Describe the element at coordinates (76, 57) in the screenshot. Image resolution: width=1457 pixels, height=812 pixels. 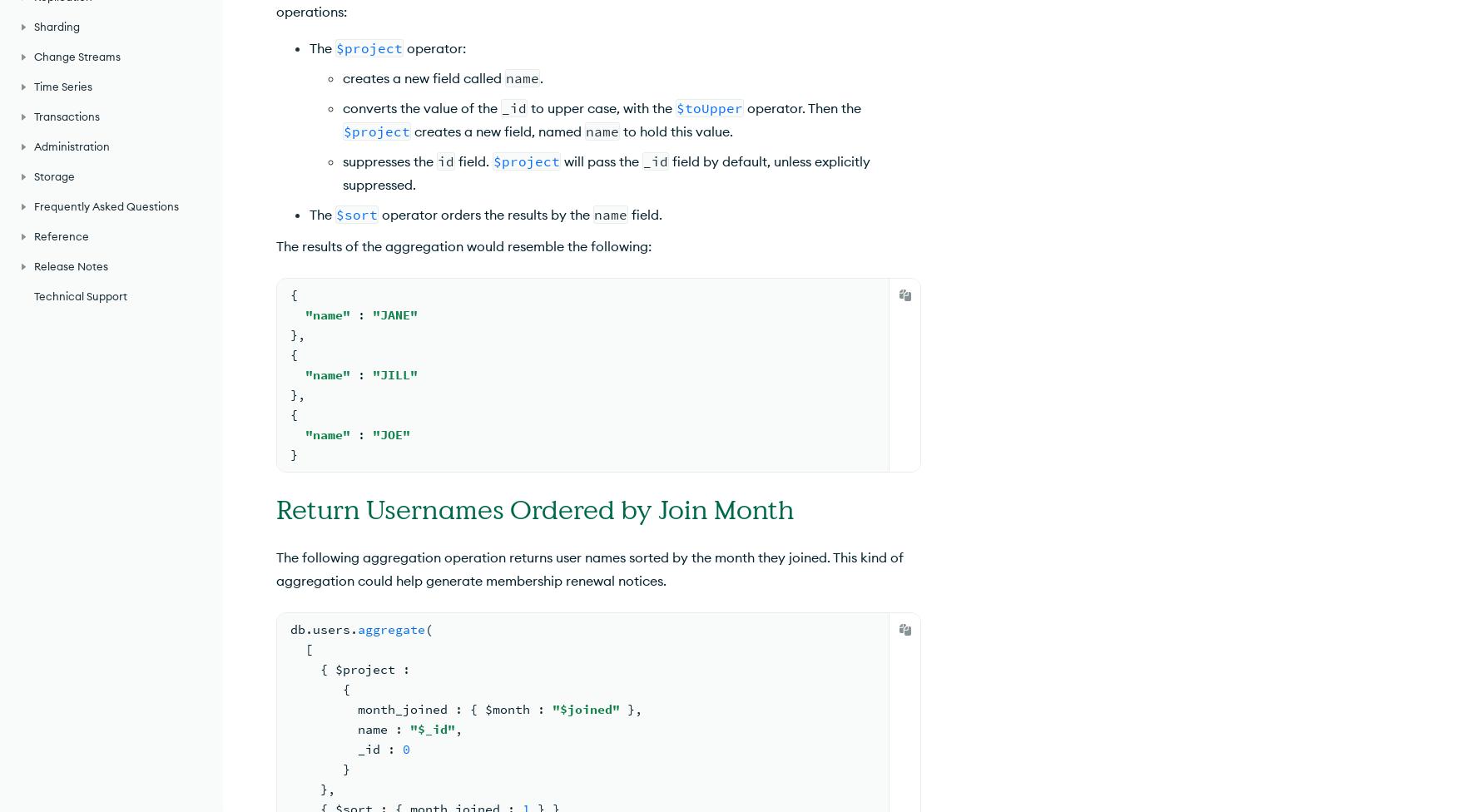
I see `'Change Streams'` at that location.